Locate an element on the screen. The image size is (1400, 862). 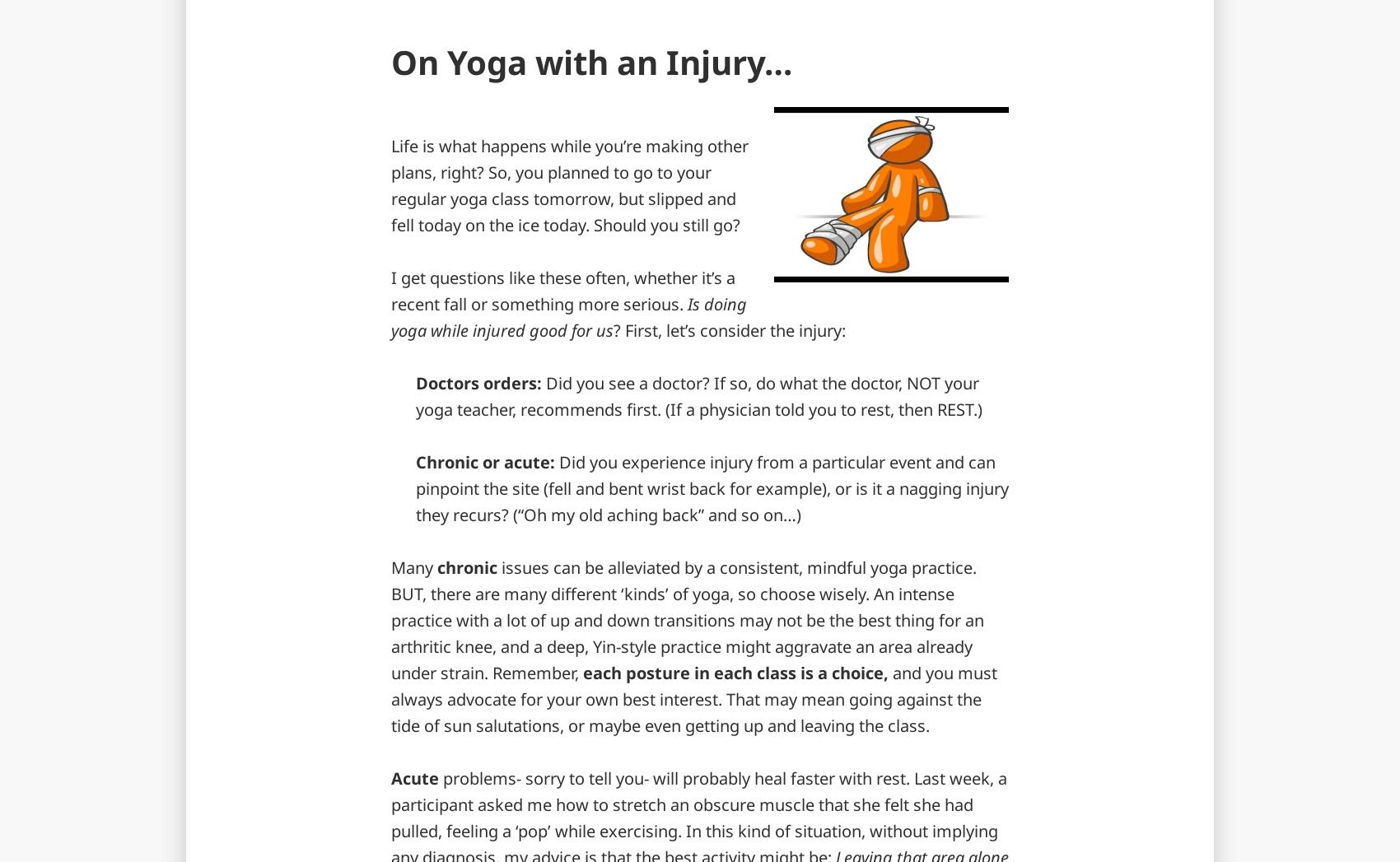
'Doctors orders:' is located at coordinates (478, 383).